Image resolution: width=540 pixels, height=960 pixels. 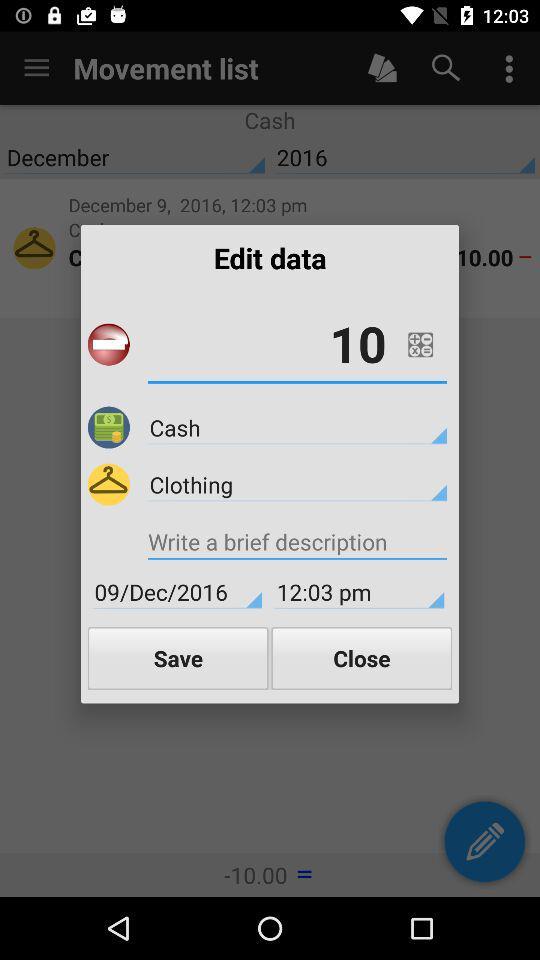 What do you see at coordinates (178, 657) in the screenshot?
I see `the icon to the left of close item` at bounding box center [178, 657].